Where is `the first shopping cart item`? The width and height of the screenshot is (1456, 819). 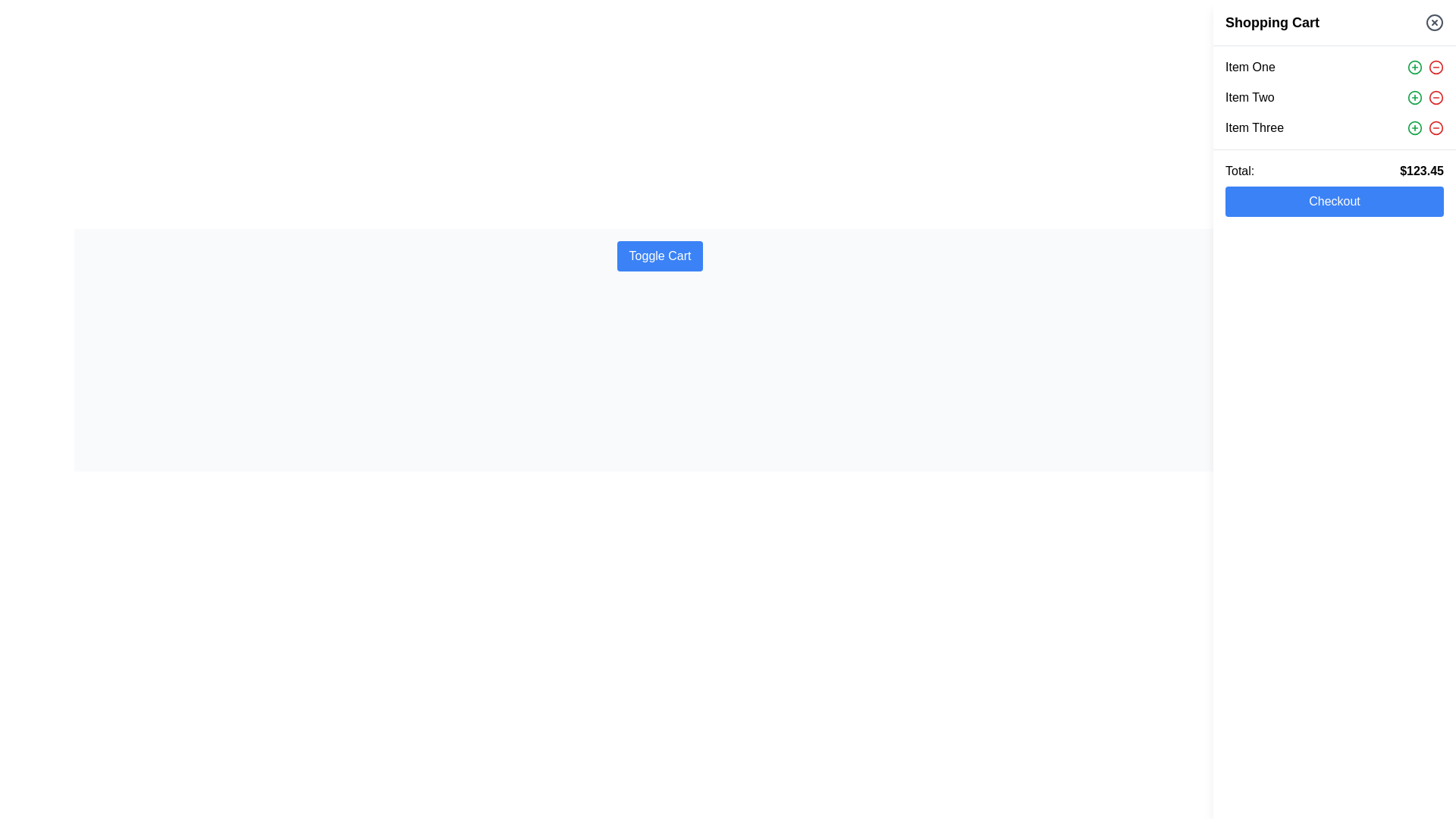 the first shopping cart item is located at coordinates (1335, 66).